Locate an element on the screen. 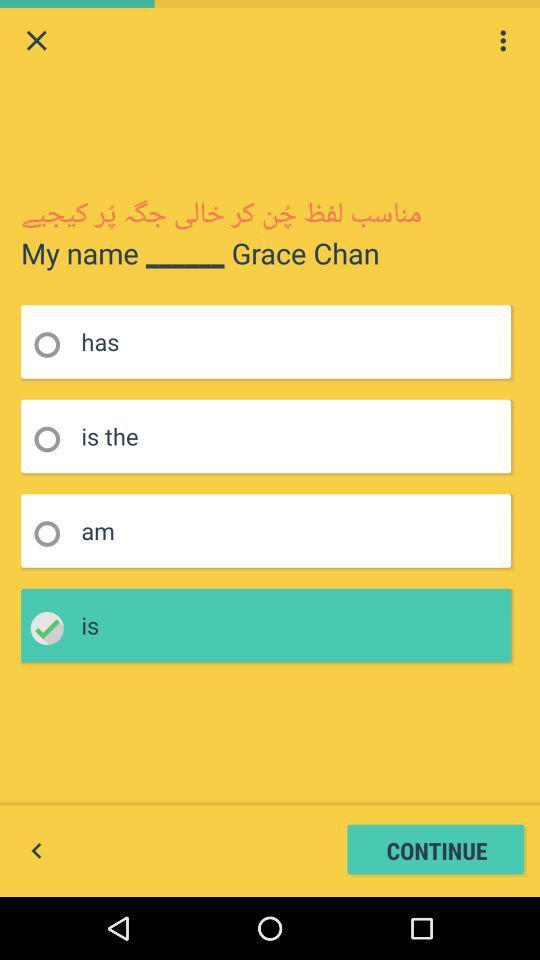  the more icon is located at coordinates (502, 42).